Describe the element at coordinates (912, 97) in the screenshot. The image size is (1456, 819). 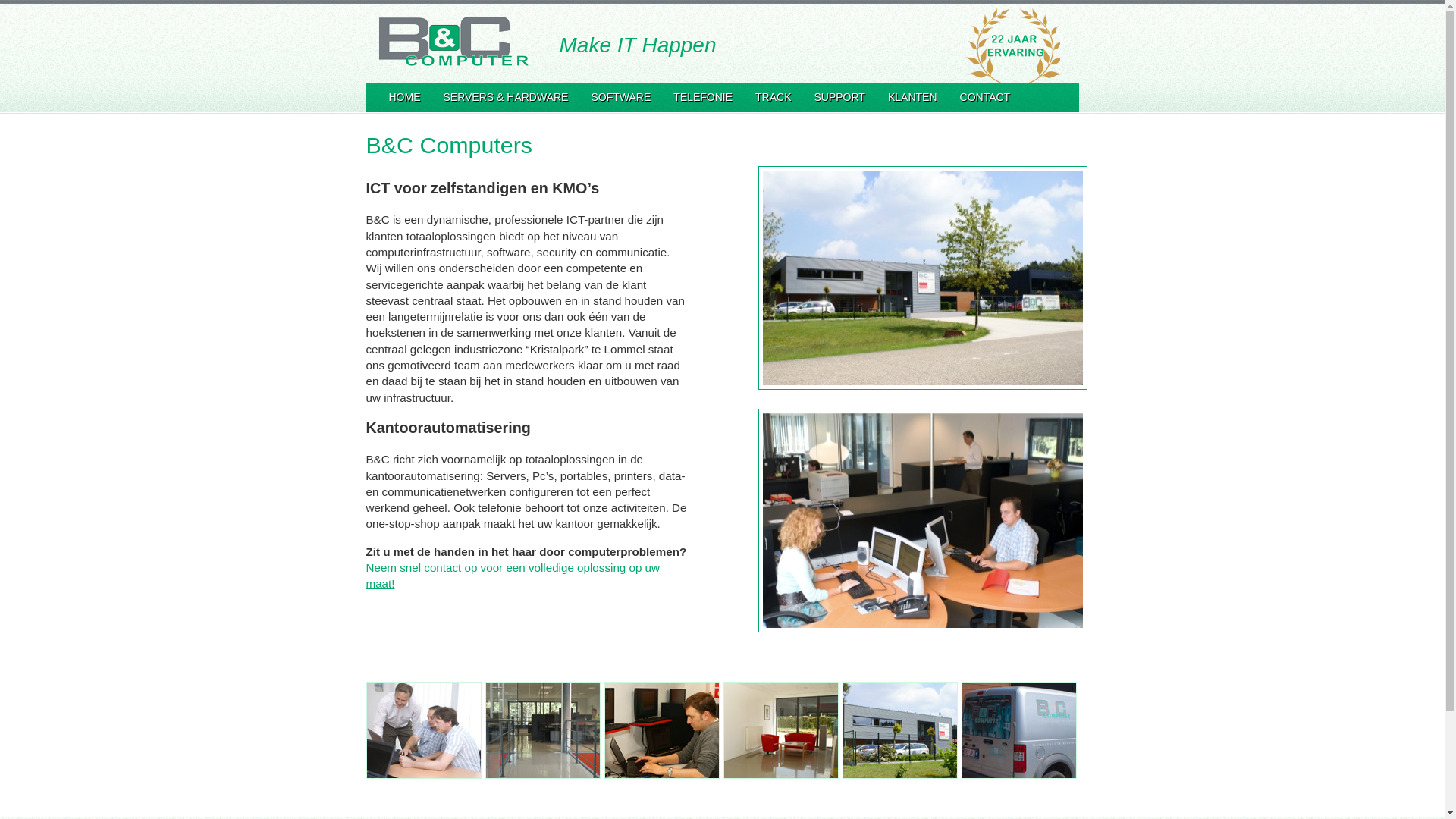
I see `'KLANTEN'` at that location.